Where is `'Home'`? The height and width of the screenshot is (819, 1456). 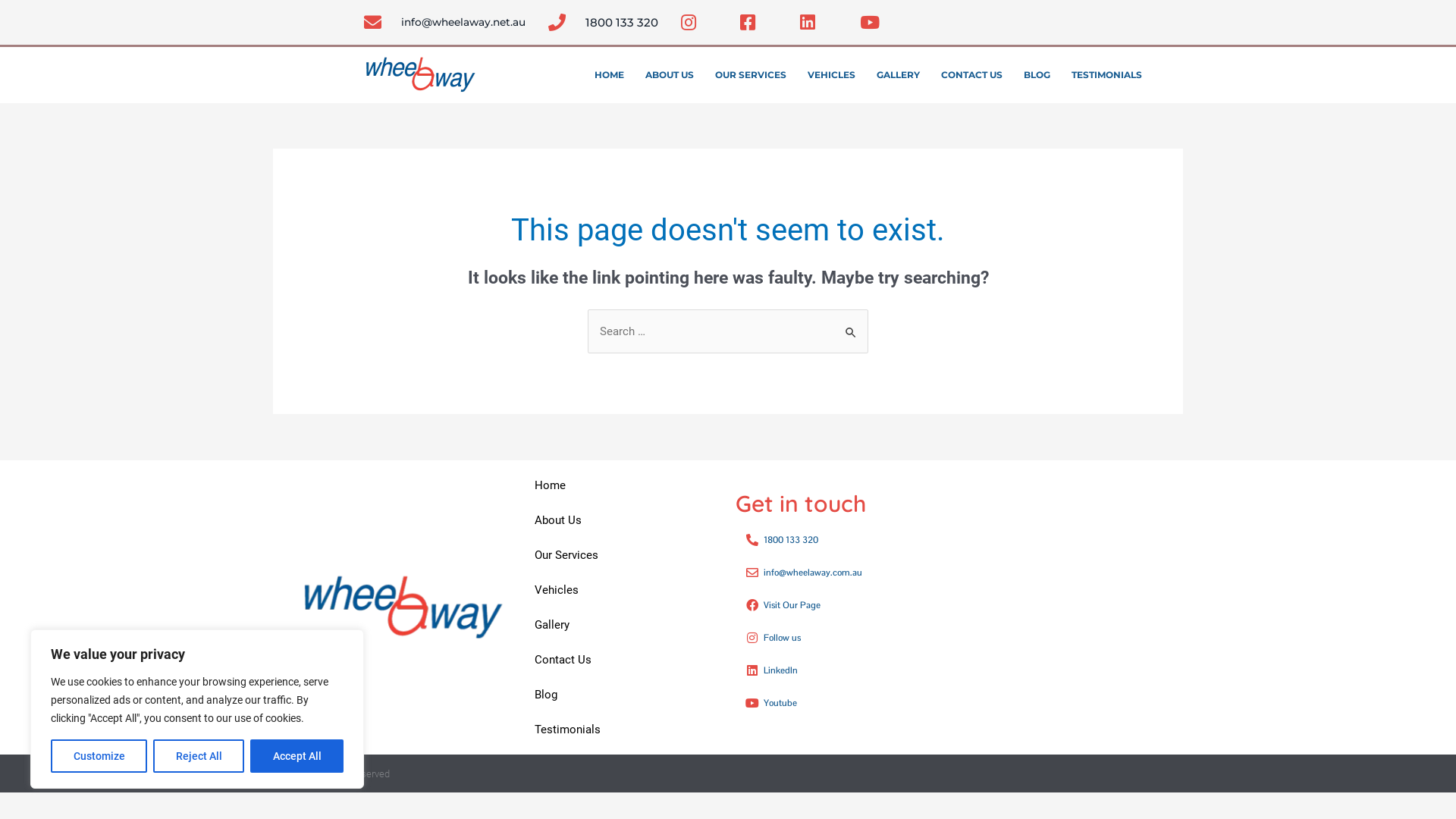
'Home' is located at coordinates (620, 485).